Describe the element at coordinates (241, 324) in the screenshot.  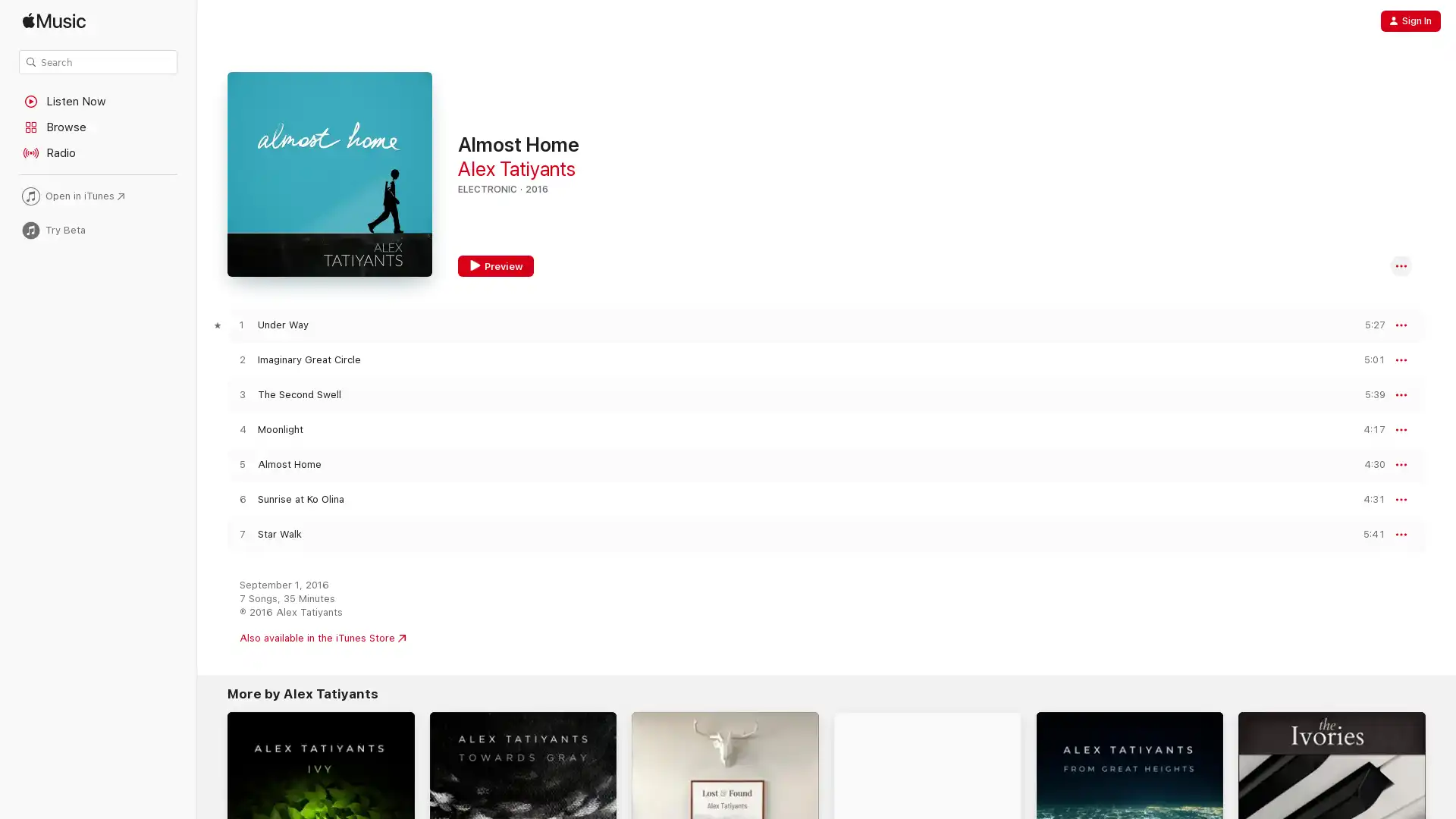
I see `Play` at that location.